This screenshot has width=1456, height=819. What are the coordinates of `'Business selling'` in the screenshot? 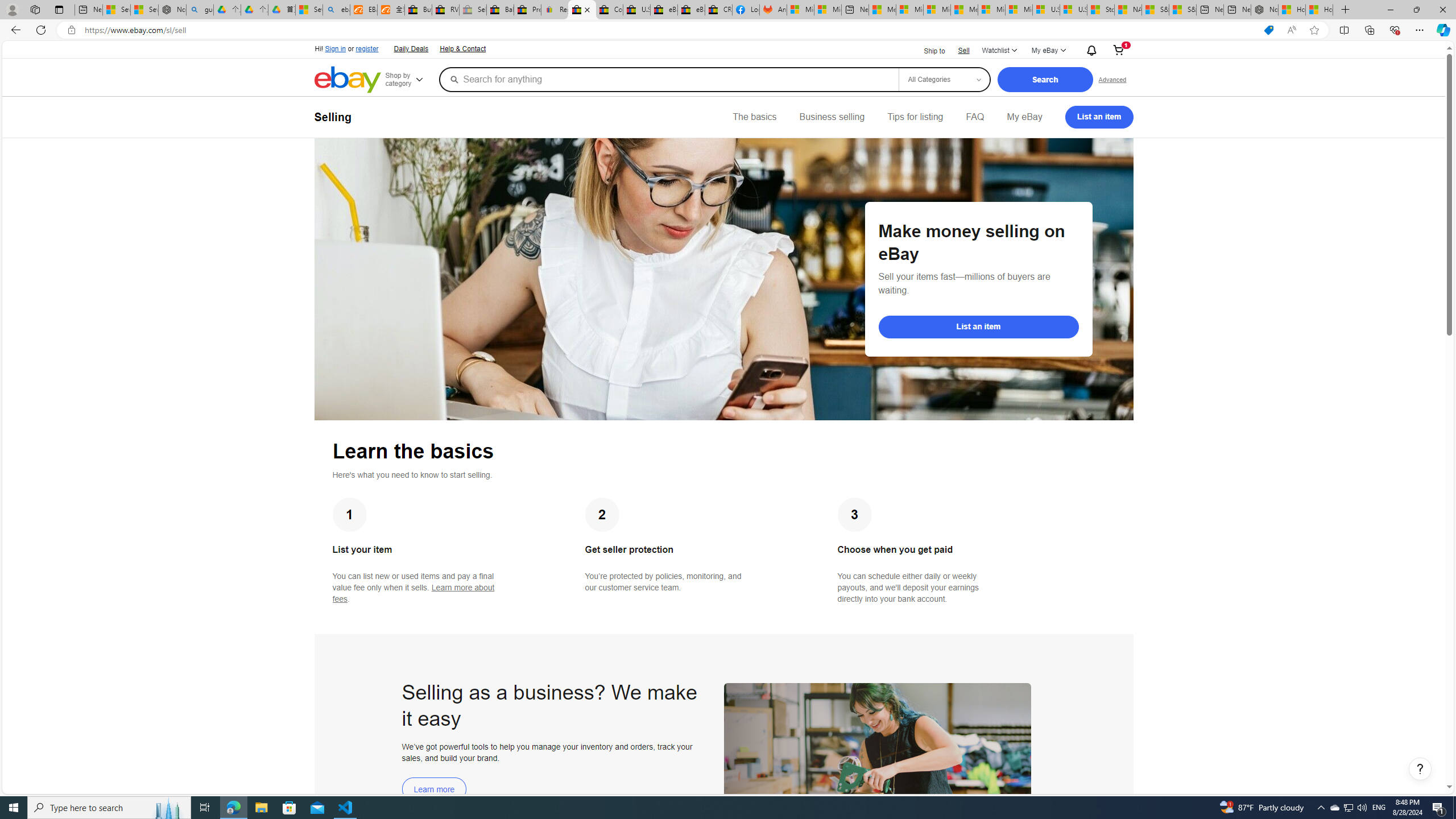 It's located at (832, 116).